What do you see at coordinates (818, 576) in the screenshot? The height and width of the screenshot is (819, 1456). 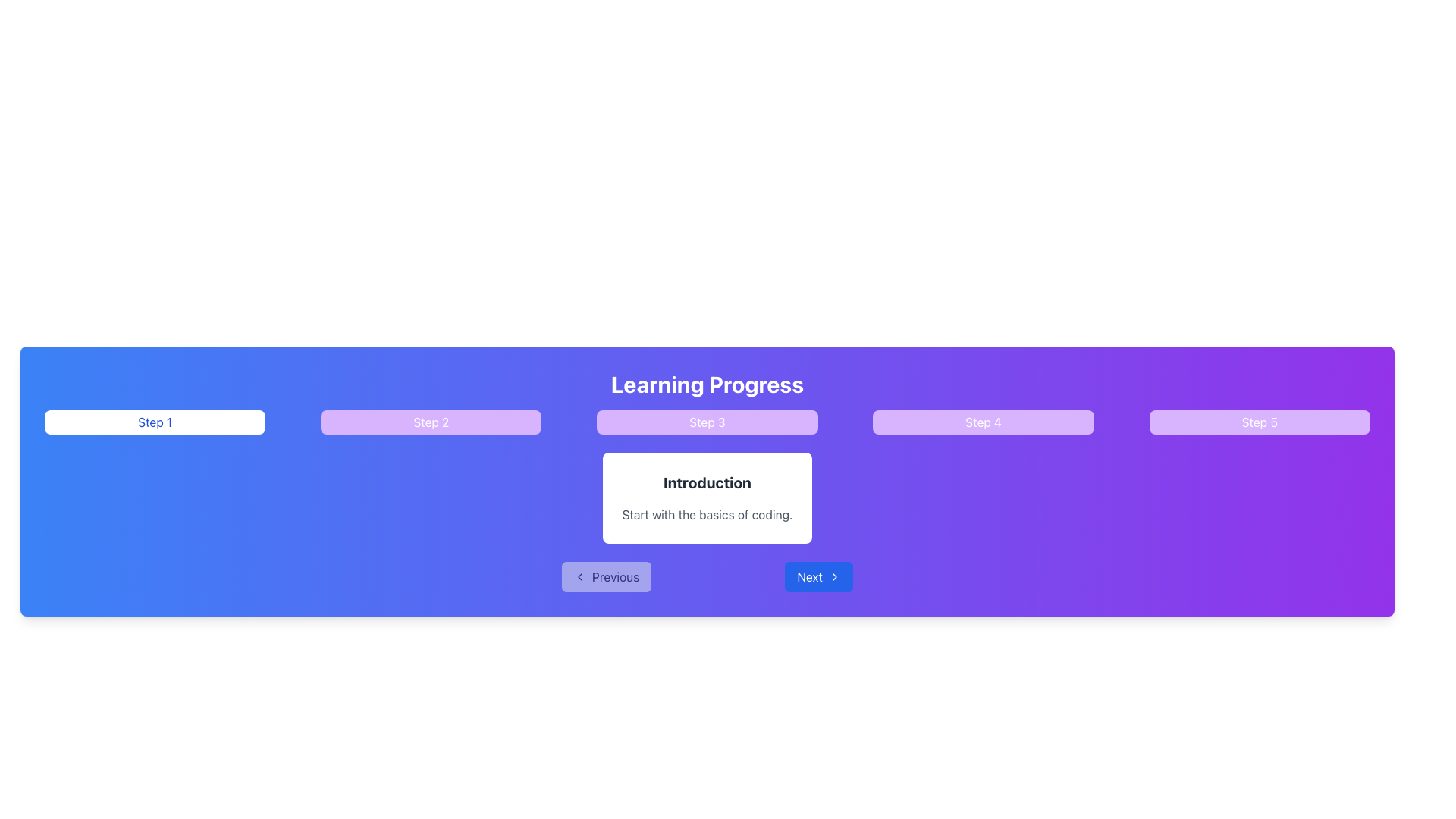 I see `the 'Next' button, which is styled with a blue background, white text, rounded corners, and includes a right arrow icon` at bounding box center [818, 576].